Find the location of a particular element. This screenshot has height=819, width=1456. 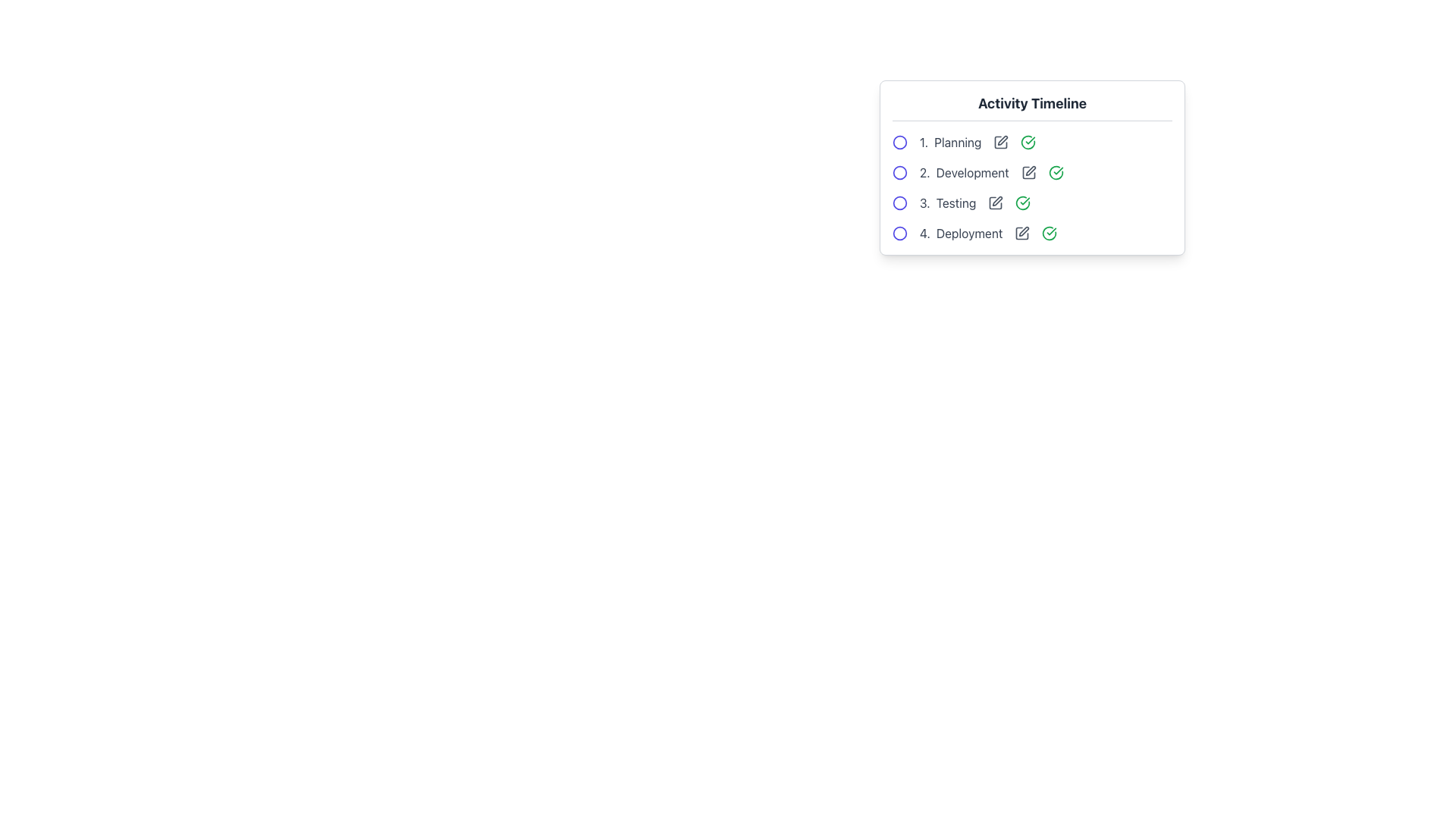

the text label element reading 'Planning', which is the first item in the bulleted list titled 'Activity Timeline' is located at coordinates (957, 143).